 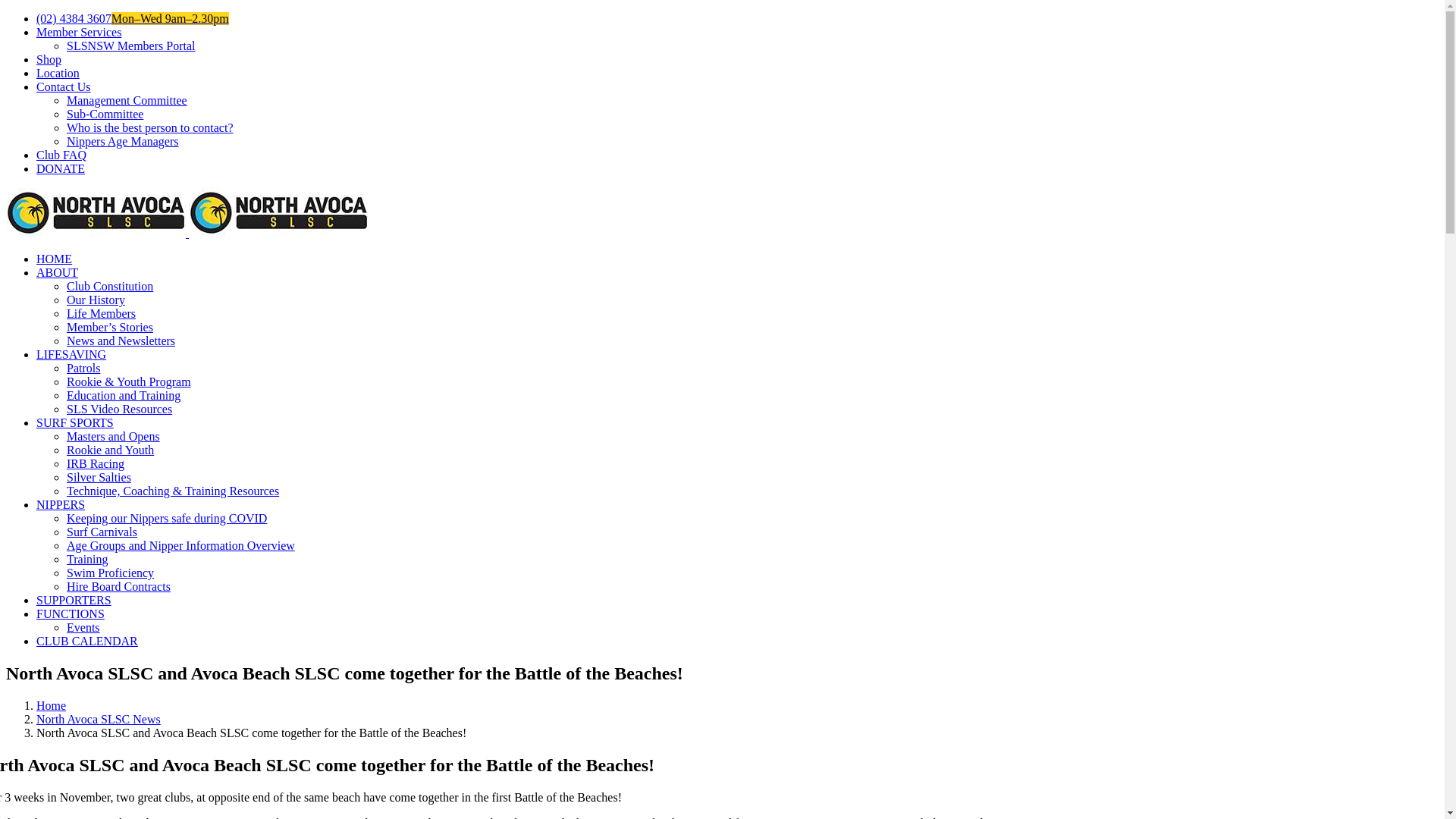 What do you see at coordinates (61, 155) in the screenshot?
I see `'Club FAQ'` at bounding box center [61, 155].